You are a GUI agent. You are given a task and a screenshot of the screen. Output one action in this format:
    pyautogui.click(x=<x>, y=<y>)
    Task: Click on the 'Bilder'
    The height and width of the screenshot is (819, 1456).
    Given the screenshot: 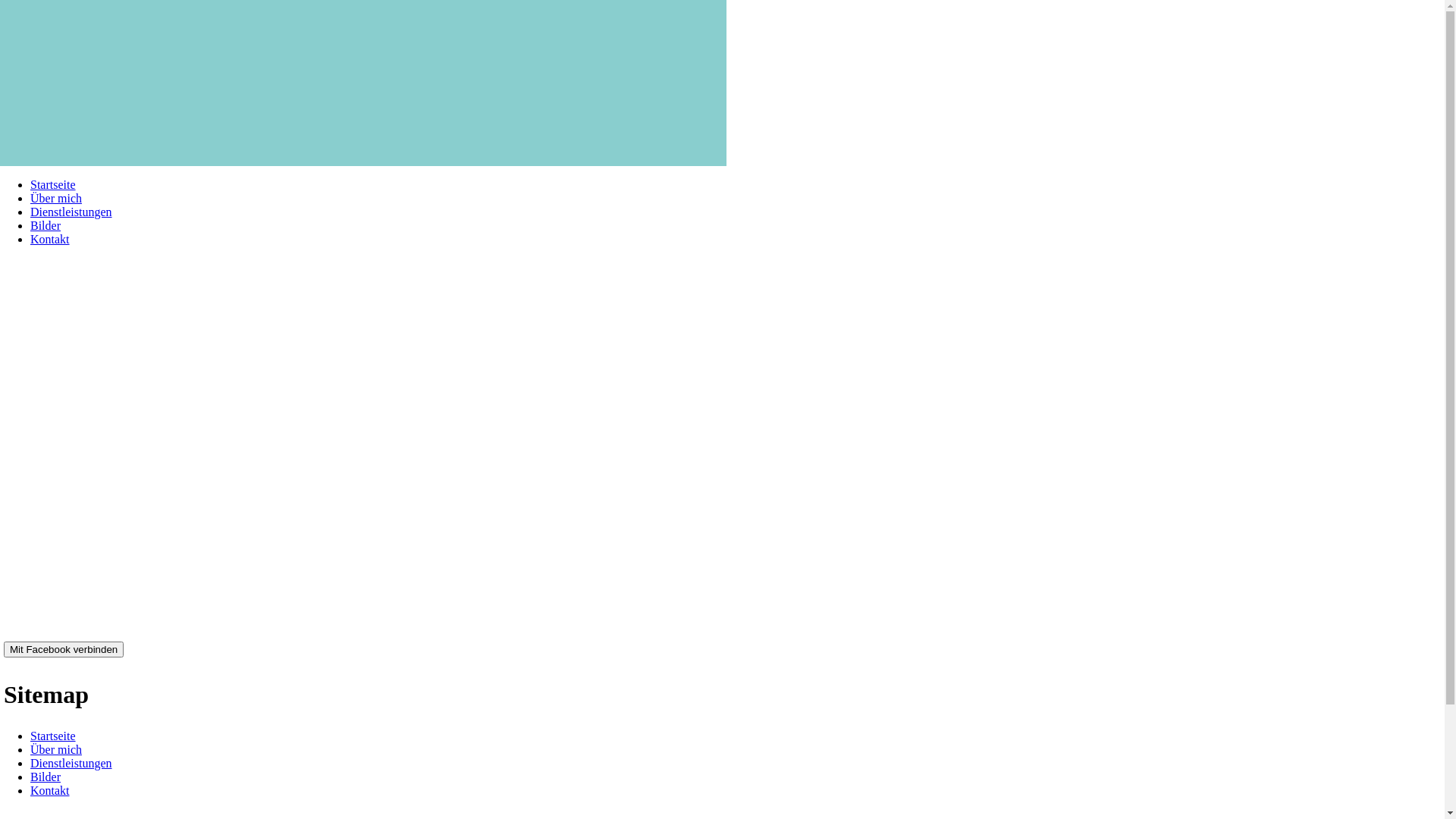 What is the action you would take?
    pyautogui.click(x=45, y=225)
    